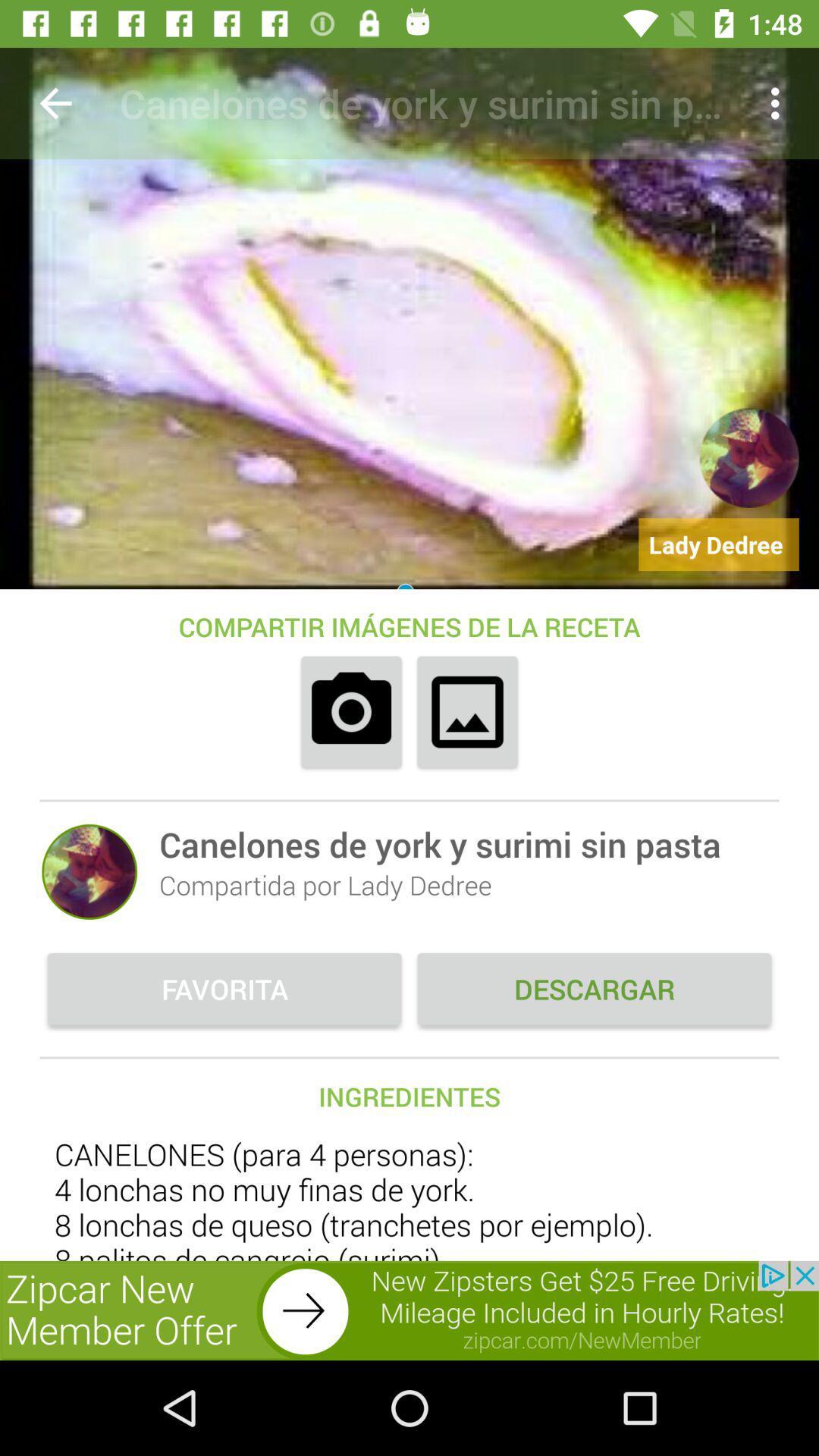 The image size is (819, 1456). What do you see at coordinates (466, 711) in the screenshot?
I see `the wallpaper icon` at bounding box center [466, 711].